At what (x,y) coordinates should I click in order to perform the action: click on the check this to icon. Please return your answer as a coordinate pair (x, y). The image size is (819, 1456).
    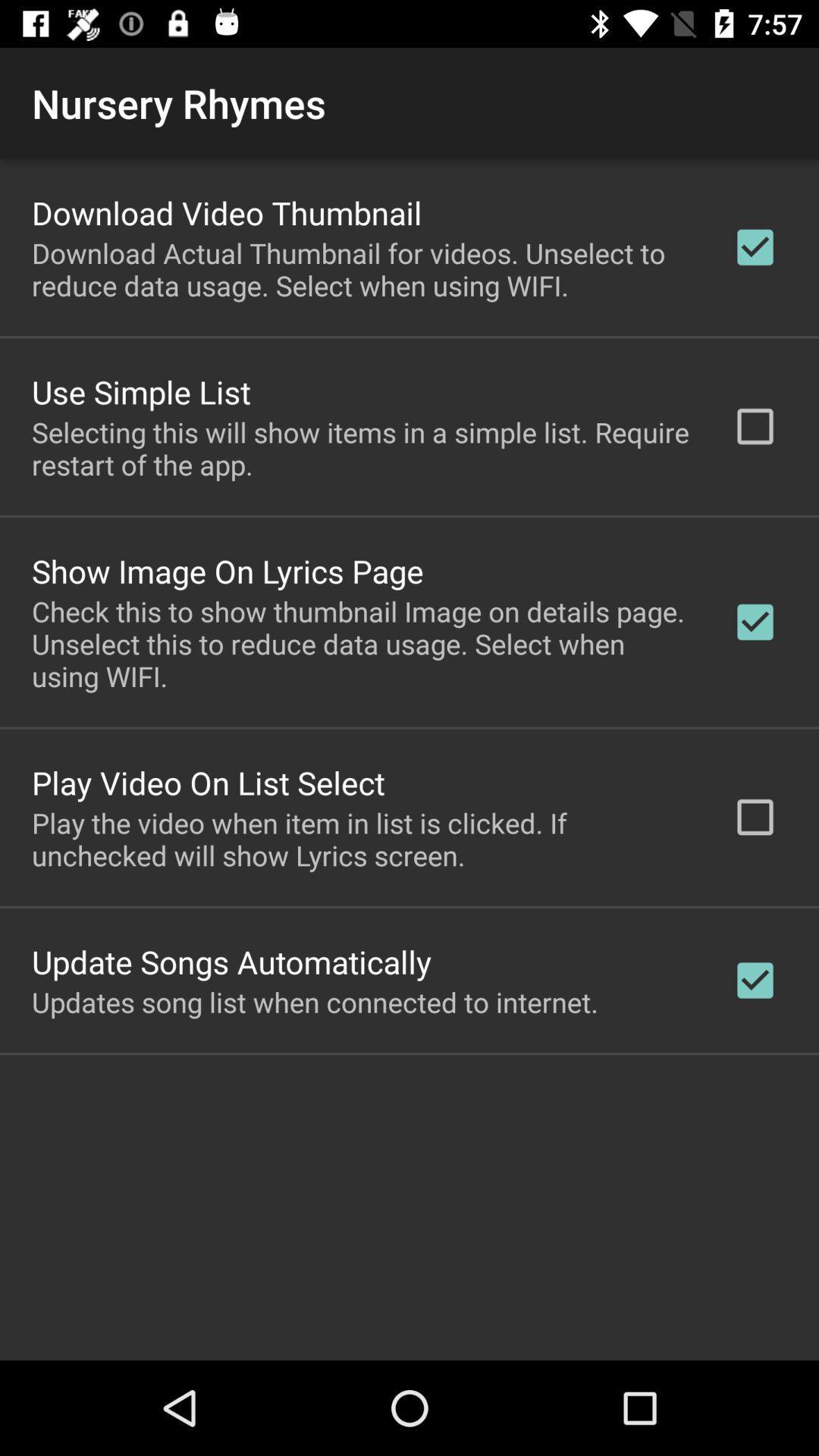
    Looking at the image, I should click on (362, 644).